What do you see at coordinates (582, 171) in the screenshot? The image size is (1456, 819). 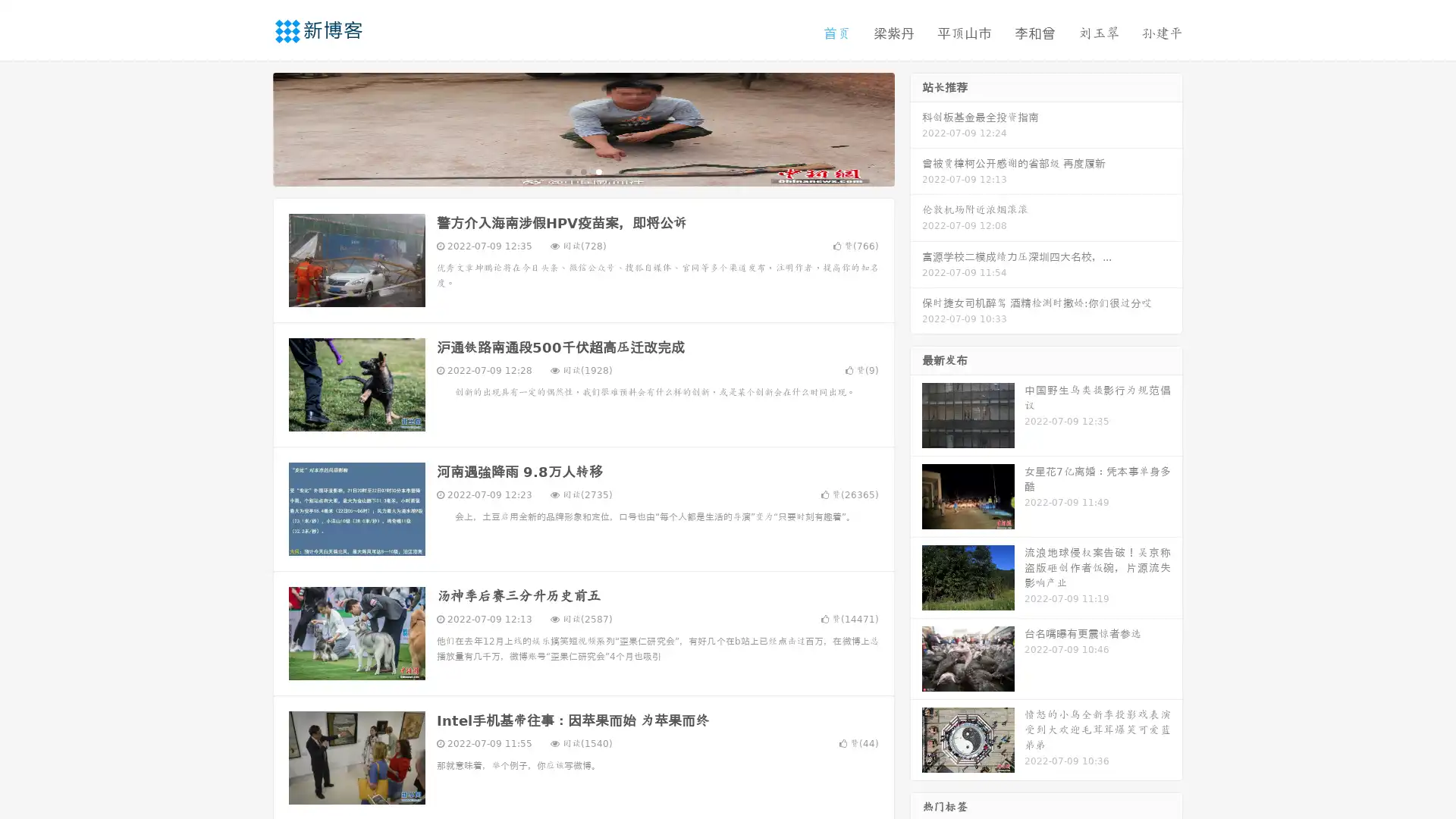 I see `Go to slide 2` at bounding box center [582, 171].